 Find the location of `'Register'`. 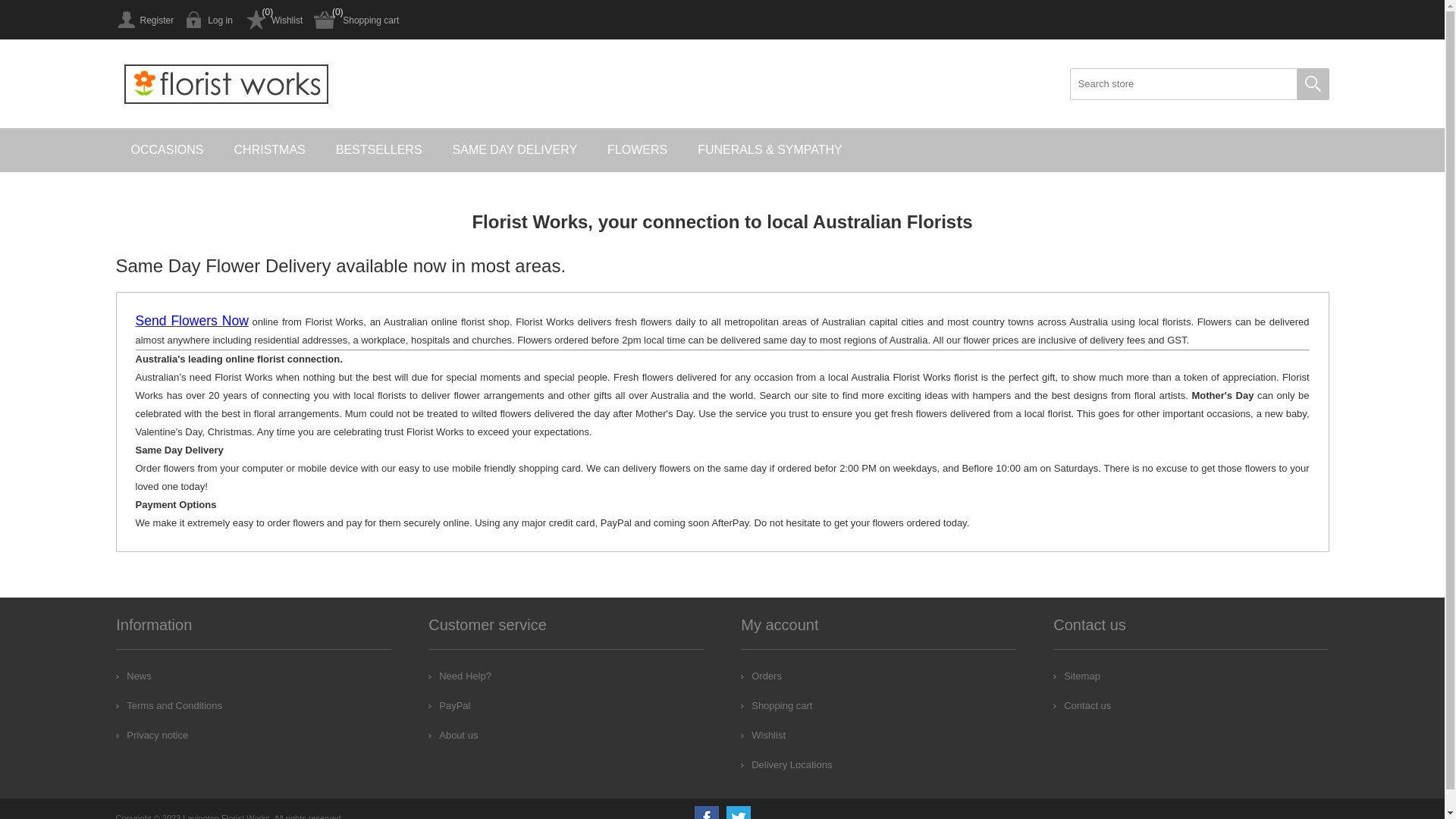

'Register' is located at coordinates (144, 20).